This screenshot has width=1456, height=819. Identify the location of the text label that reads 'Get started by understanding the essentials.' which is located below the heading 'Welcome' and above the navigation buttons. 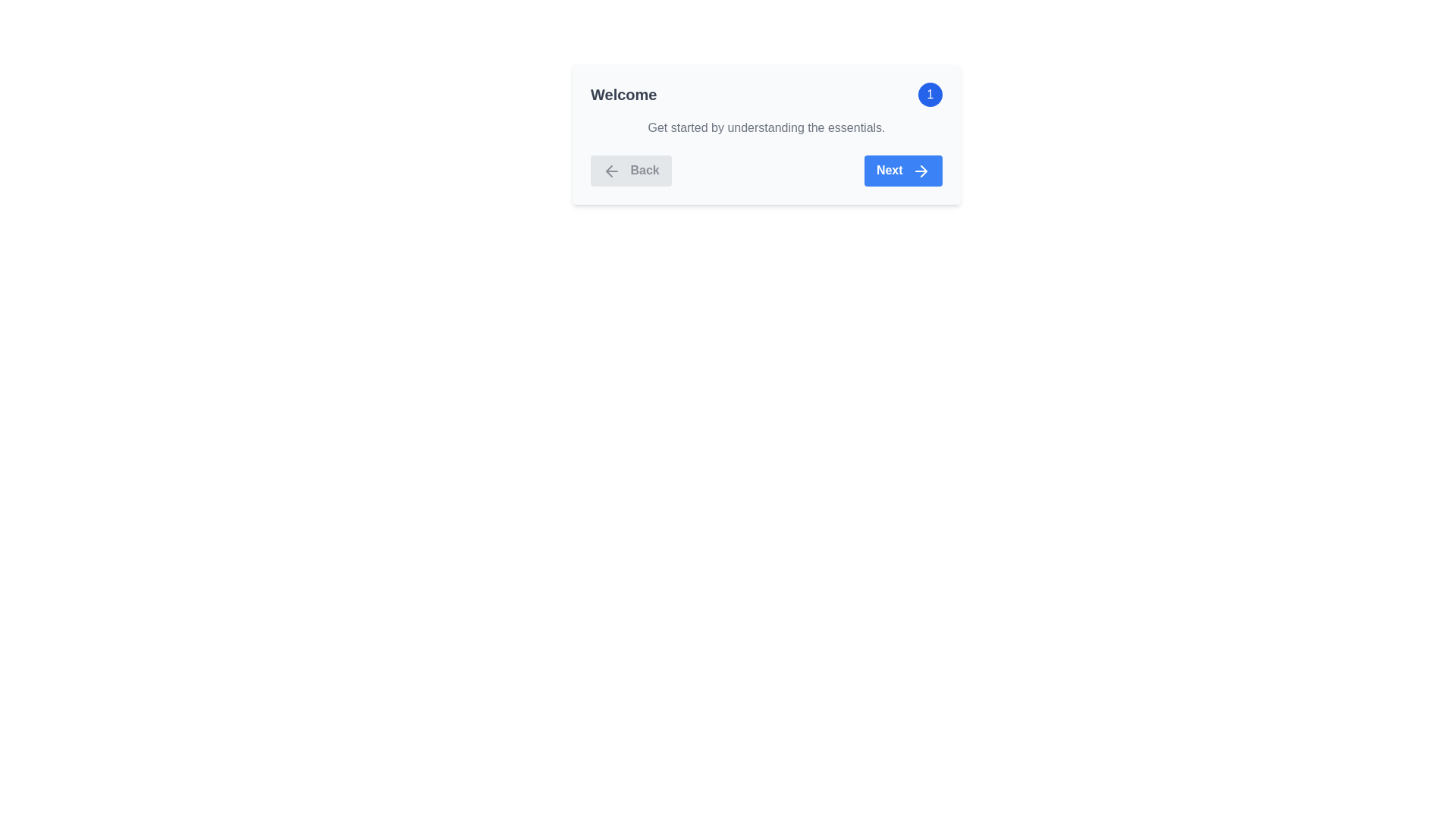
(767, 127).